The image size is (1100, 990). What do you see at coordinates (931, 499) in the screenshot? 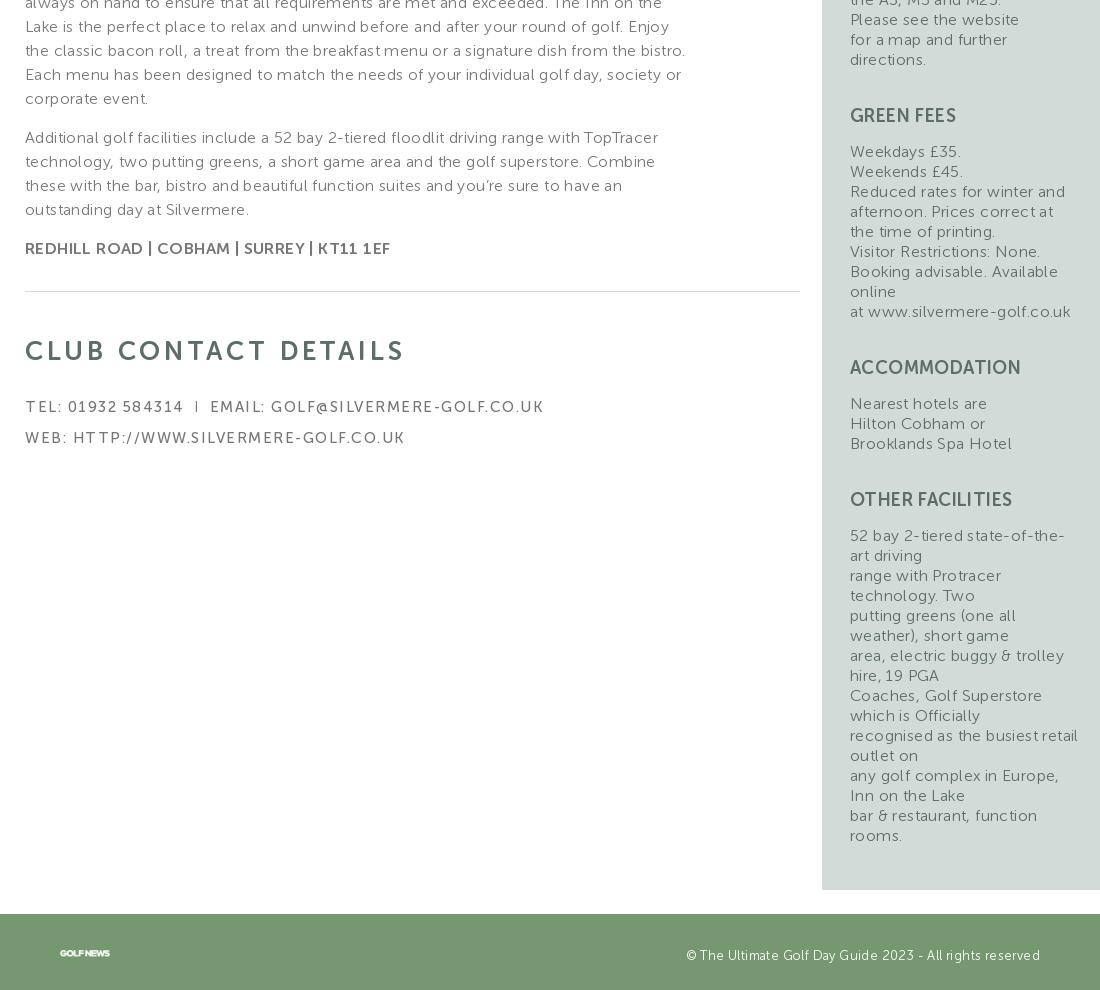
I see `'Other facilities'` at bounding box center [931, 499].